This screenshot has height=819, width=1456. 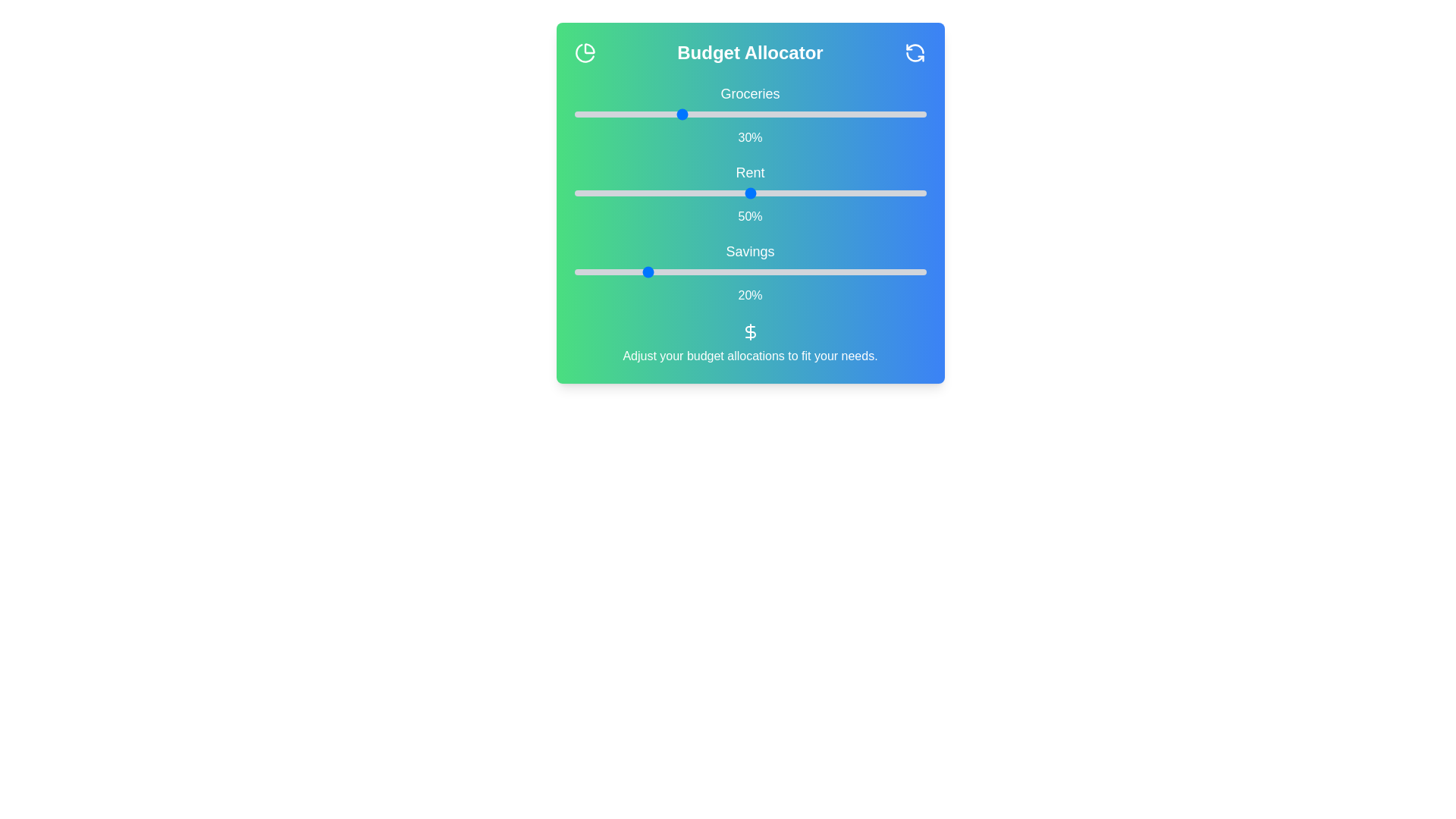 I want to click on the header icon Refresh, so click(x=915, y=52).